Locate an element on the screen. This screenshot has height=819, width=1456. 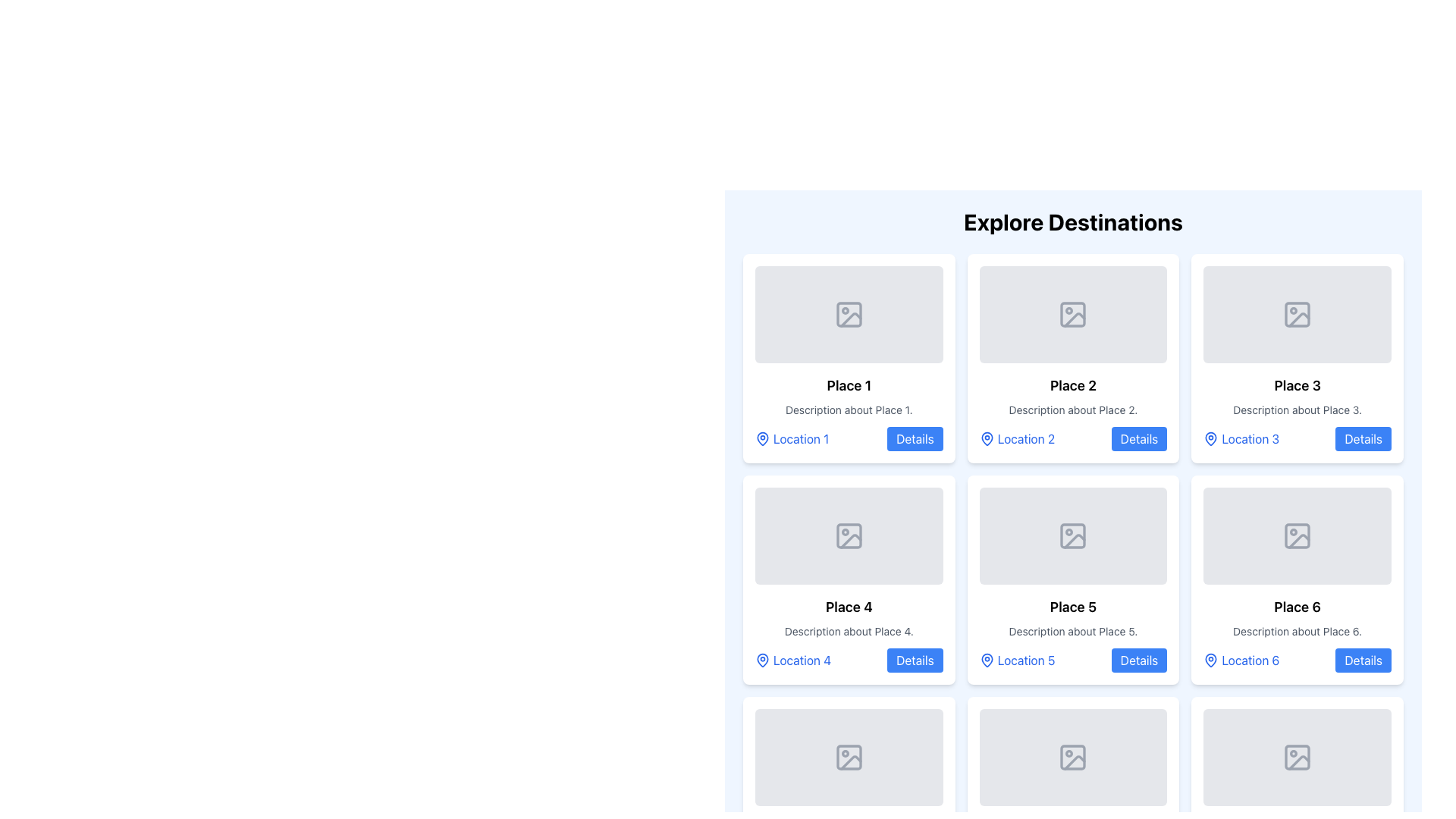
the 'Location 5' text label with the adjacent map pin icon, which is located in the lower-left corner of the 'Place 5' card is located at coordinates (1017, 660).